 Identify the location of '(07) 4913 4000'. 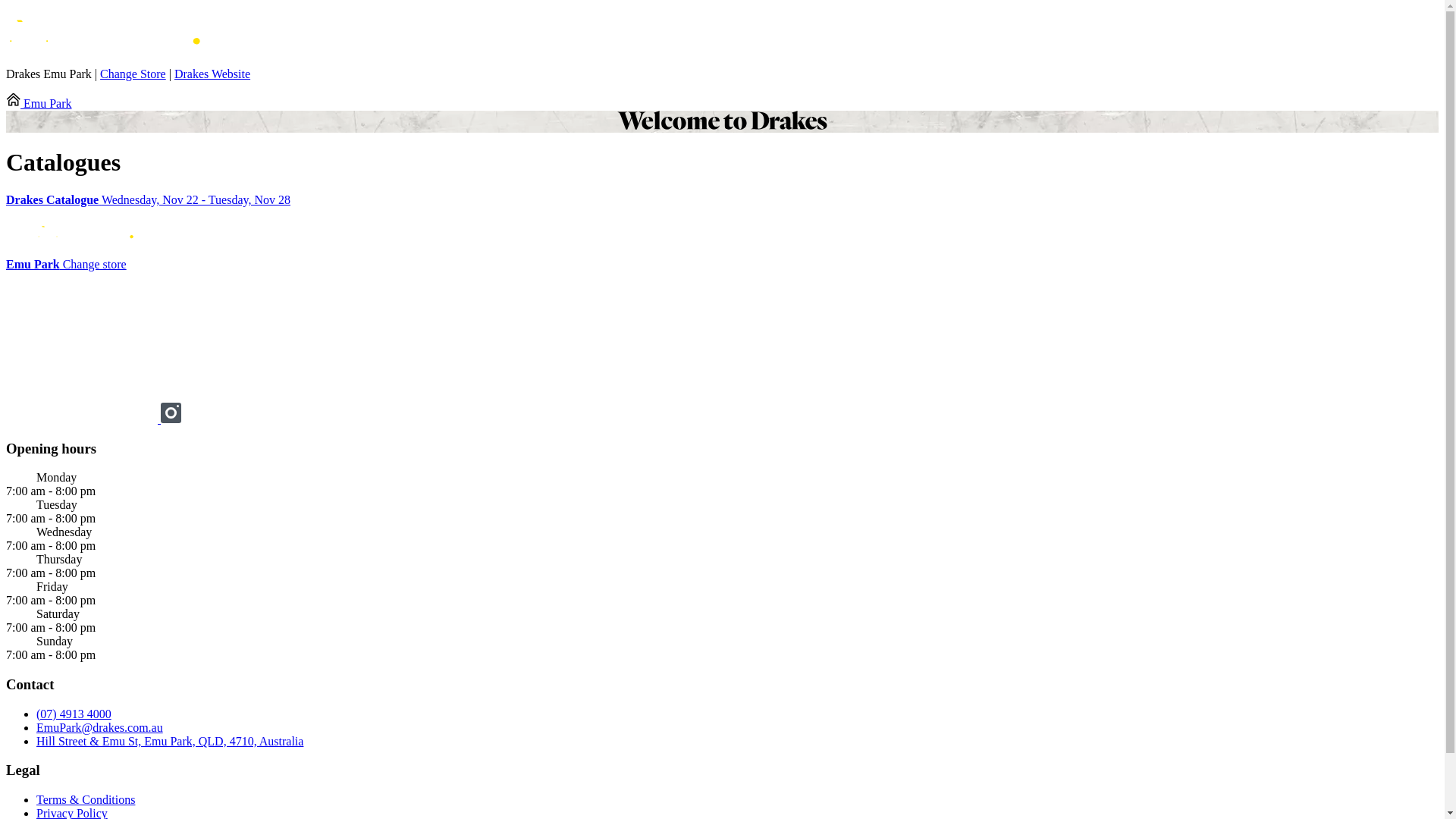
(73, 714).